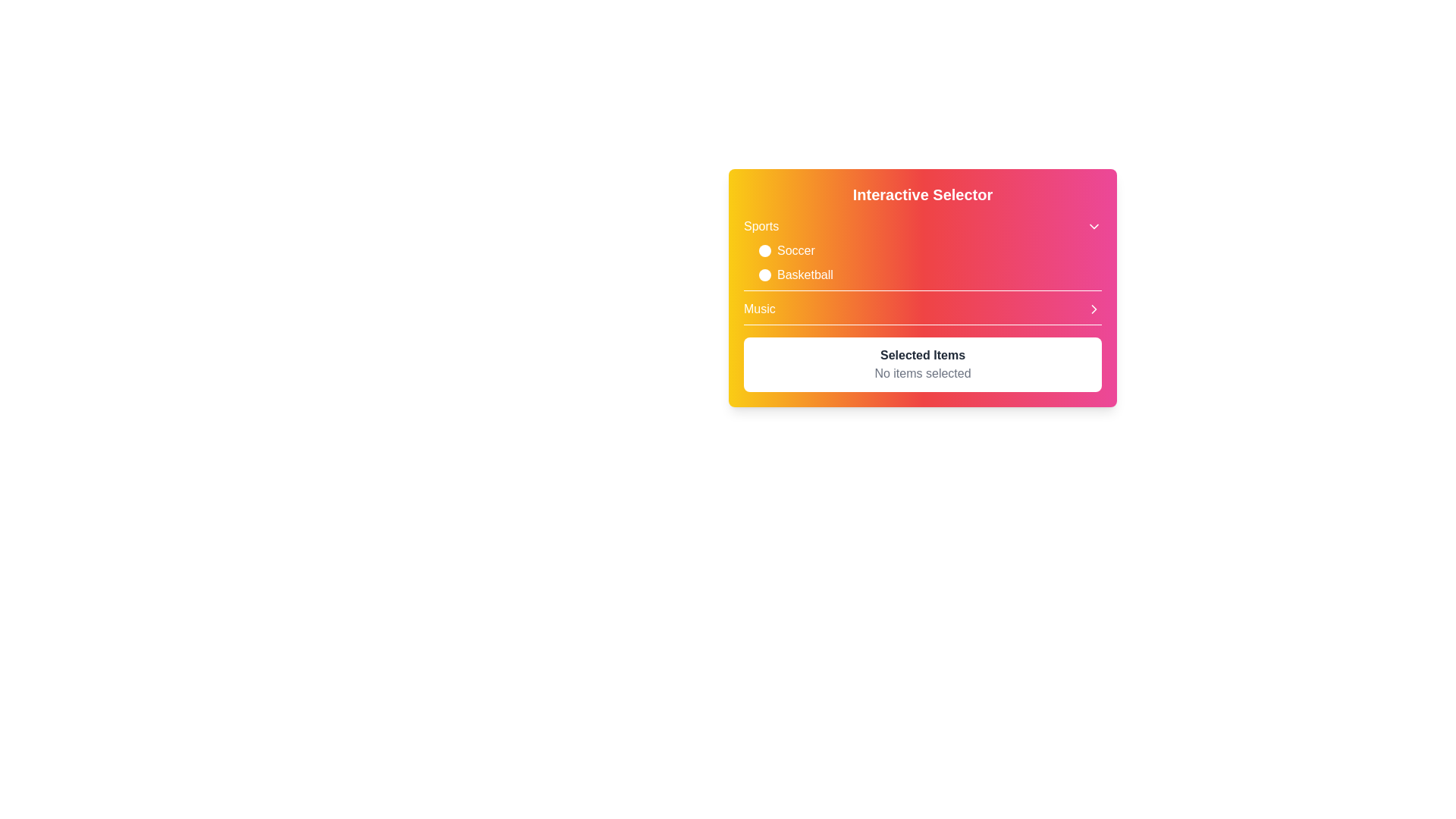  What do you see at coordinates (764, 250) in the screenshot?
I see `the selection indicator icon for the 'Soccer' option located in the 'Sports' section` at bounding box center [764, 250].